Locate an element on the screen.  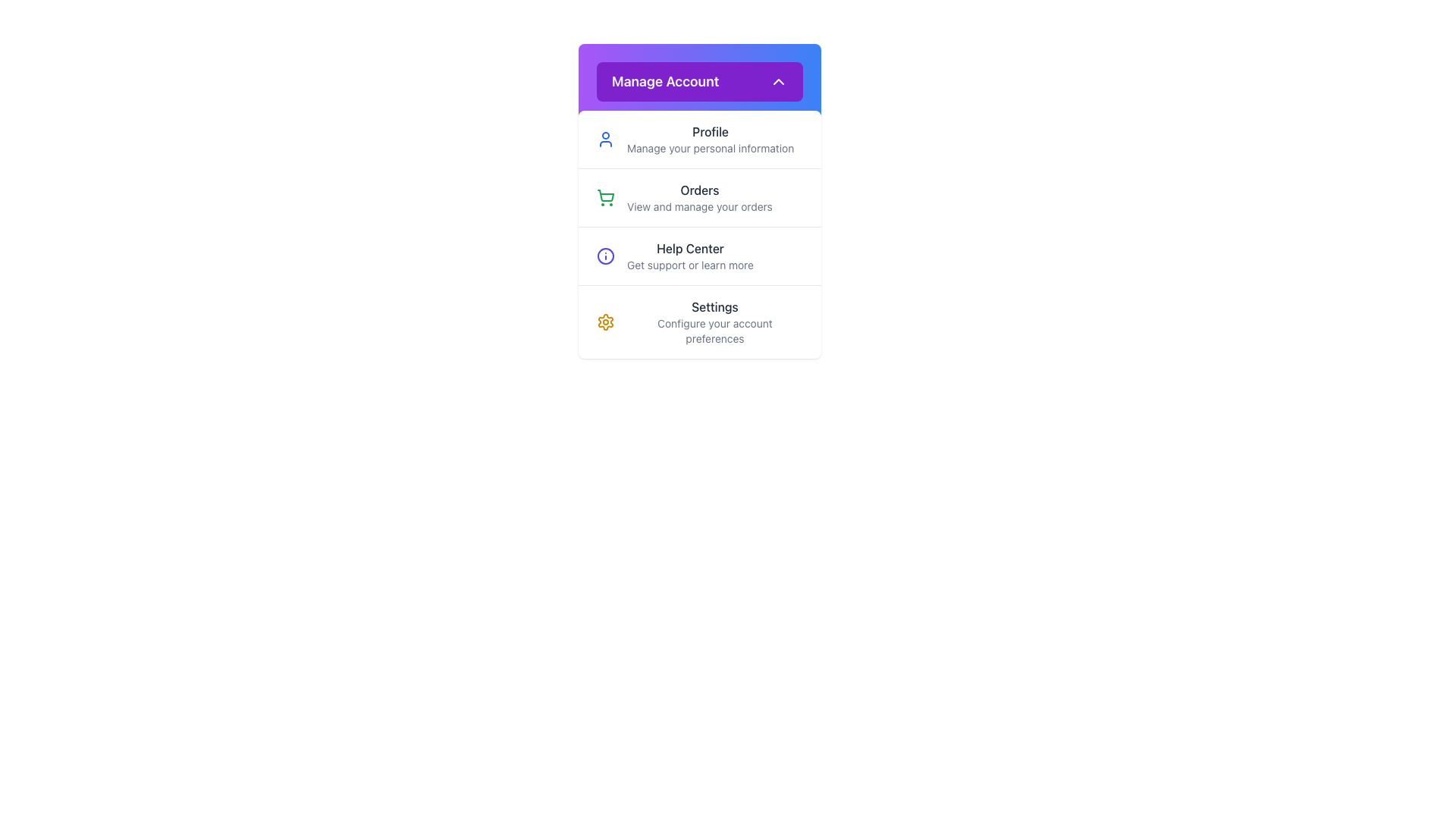
the 'Profile' icon in the 'Manage Account' dropdown menu, which is located to the left of the text 'Profile' is located at coordinates (604, 140).